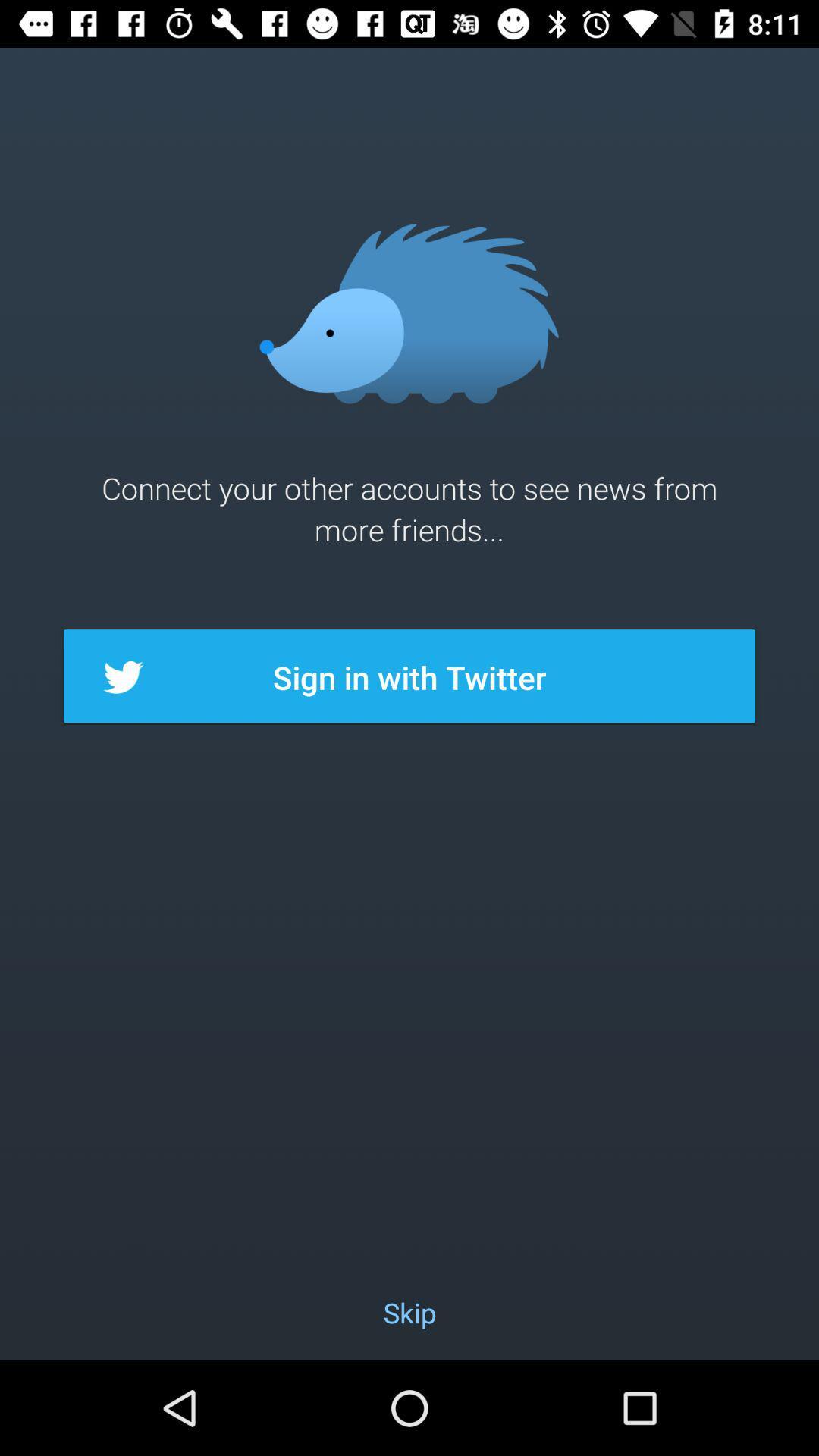  What do you see at coordinates (409, 1312) in the screenshot?
I see `skip item` at bounding box center [409, 1312].